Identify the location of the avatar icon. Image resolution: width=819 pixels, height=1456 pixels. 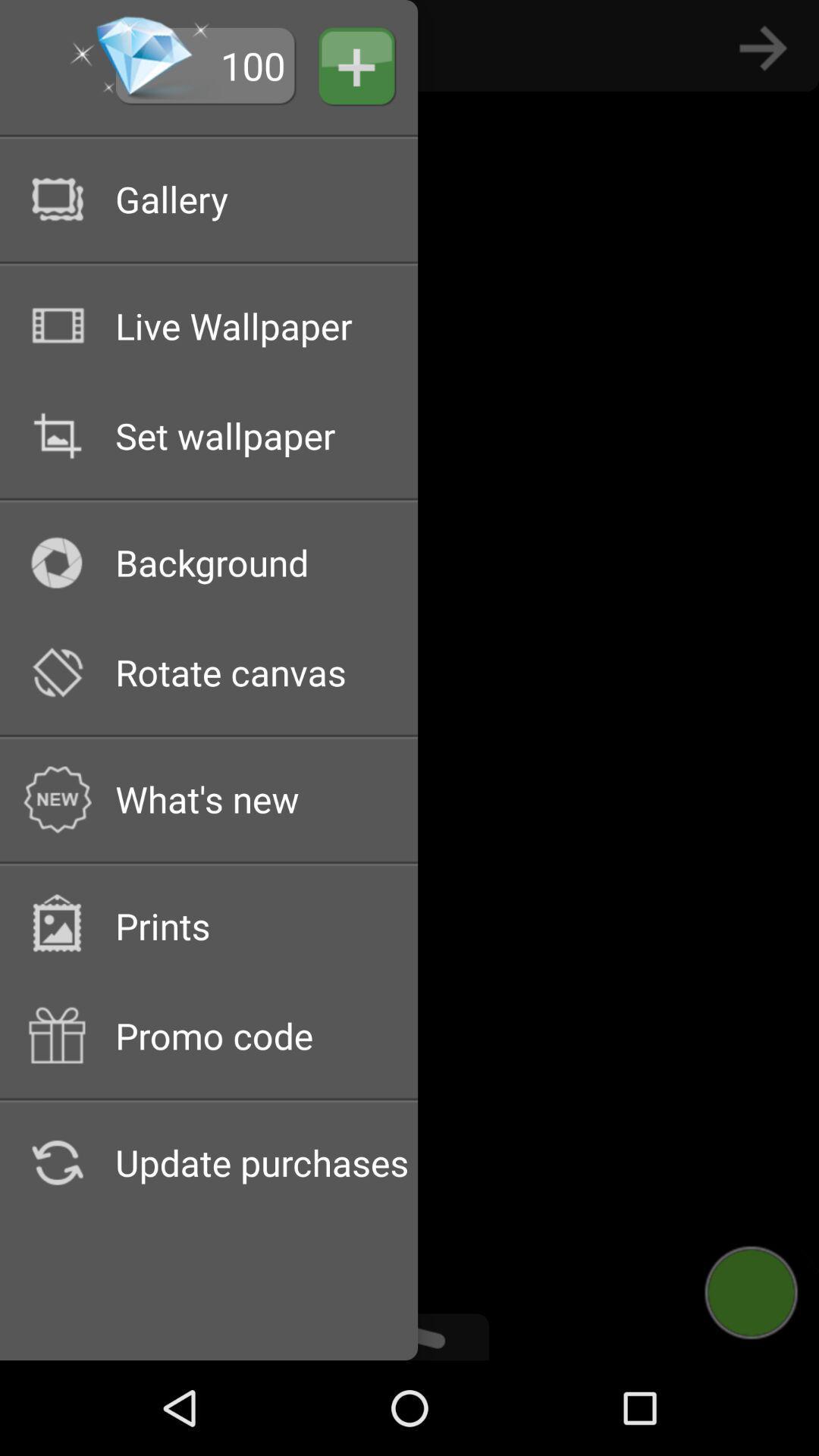
(751, 1383).